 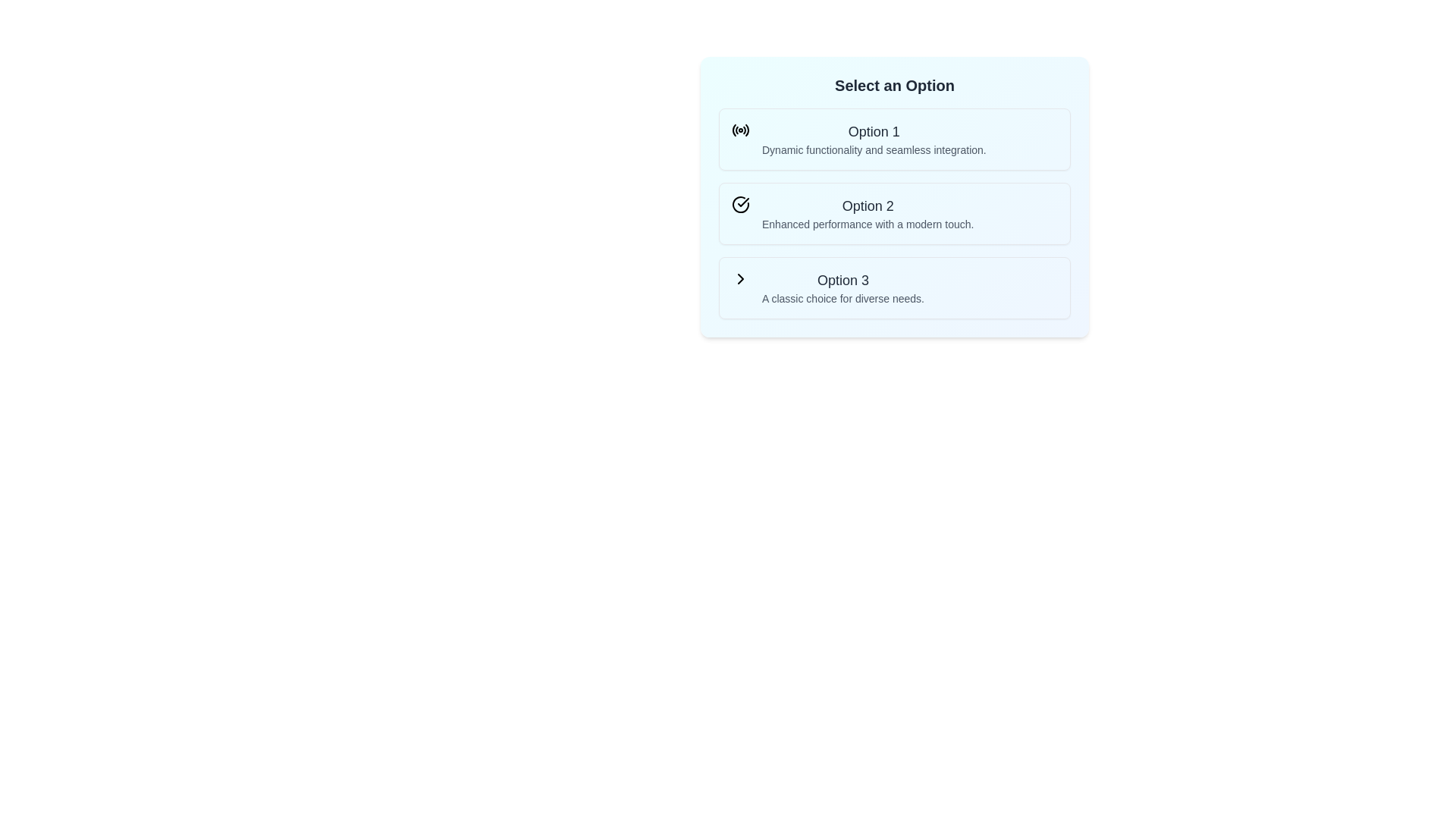 What do you see at coordinates (874, 130) in the screenshot?
I see `the static text label that serves as the title of the first option in the list, located under the heading 'Select an Option'` at bounding box center [874, 130].